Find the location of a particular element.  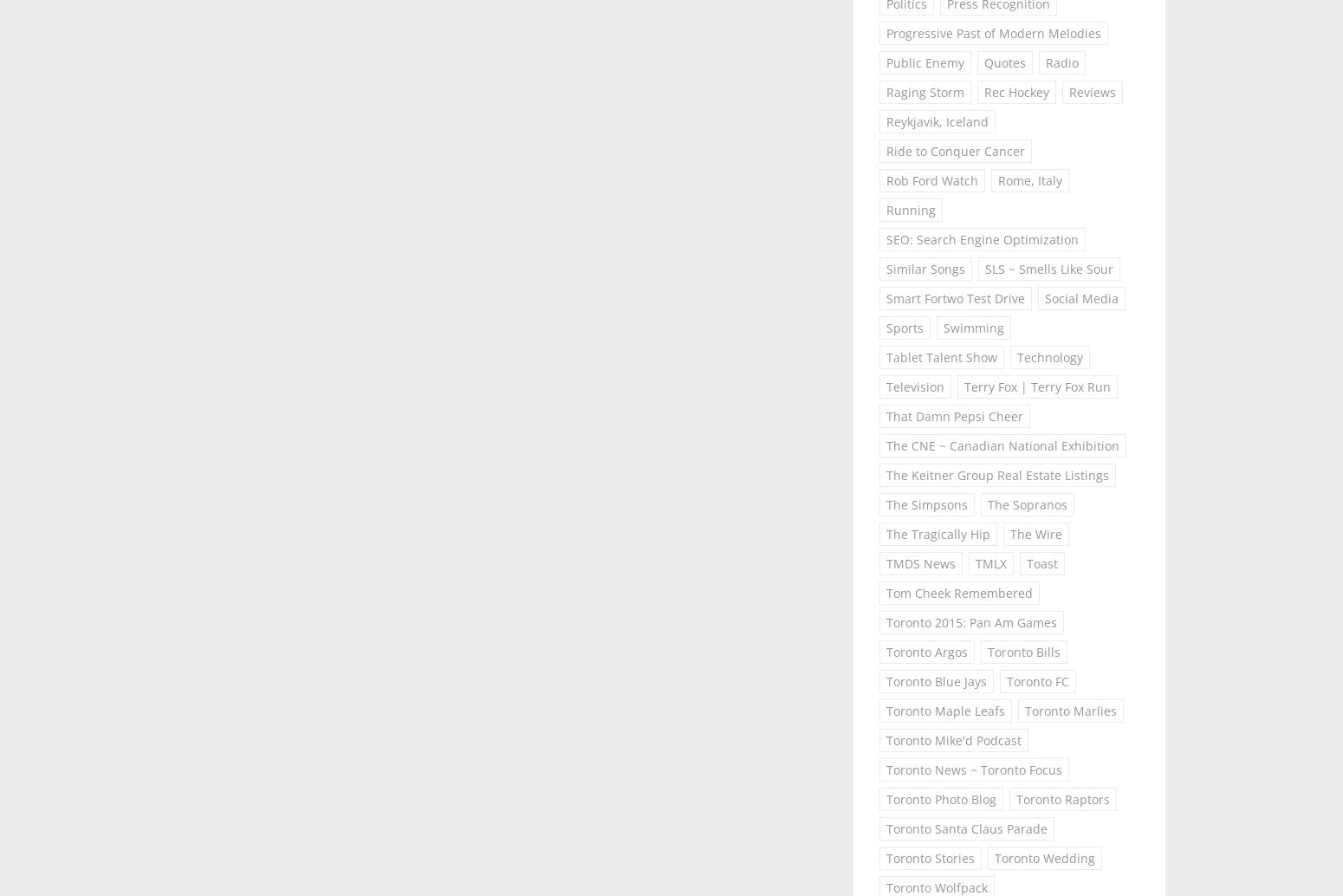

'Sports' is located at coordinates (905, 327).